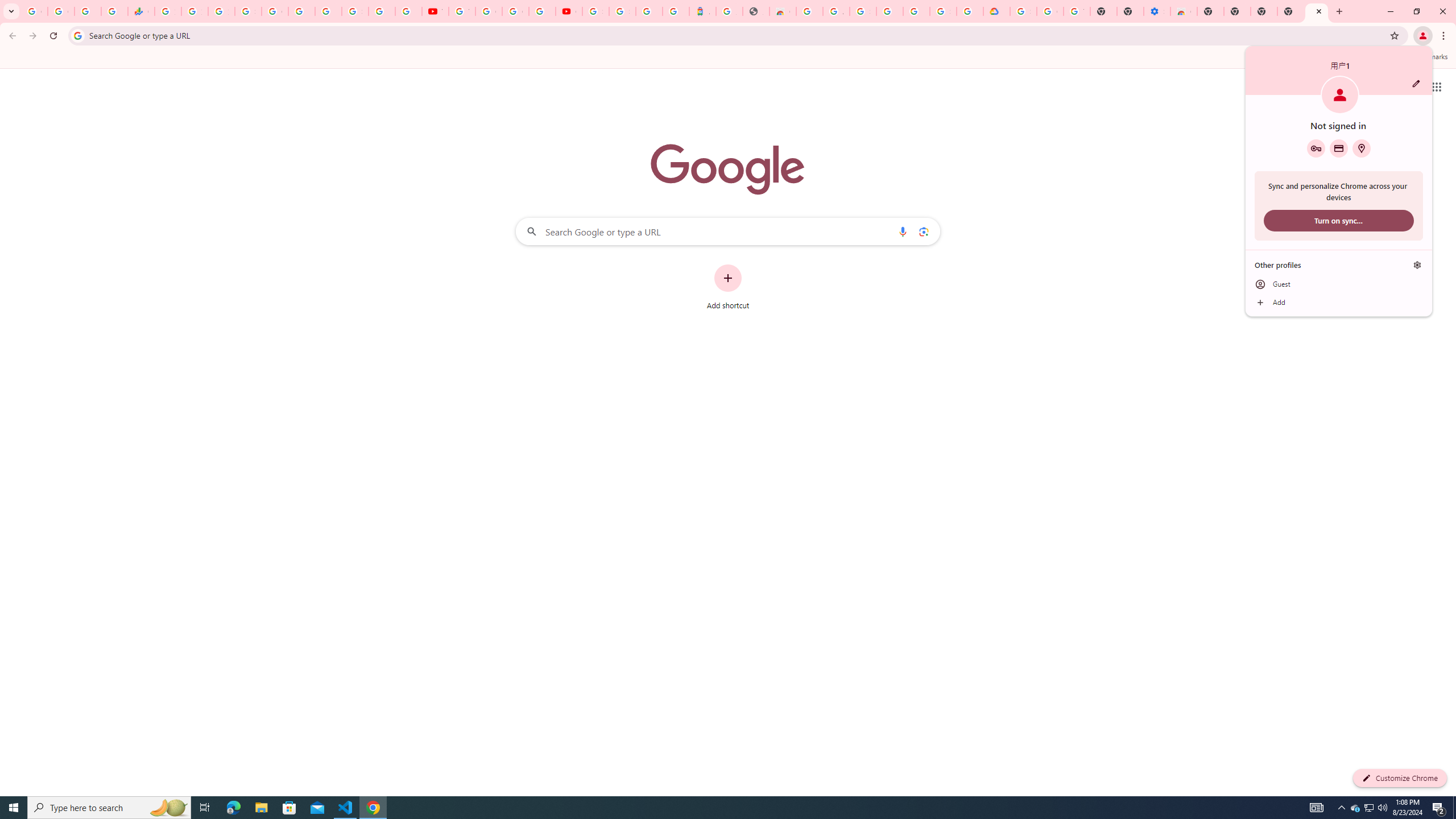 The image size is (1456, 819). What do you see at coordinates (1454, 806) in the screenshot?
I see `'Show desktop'` at bounding box center [1454, 806].